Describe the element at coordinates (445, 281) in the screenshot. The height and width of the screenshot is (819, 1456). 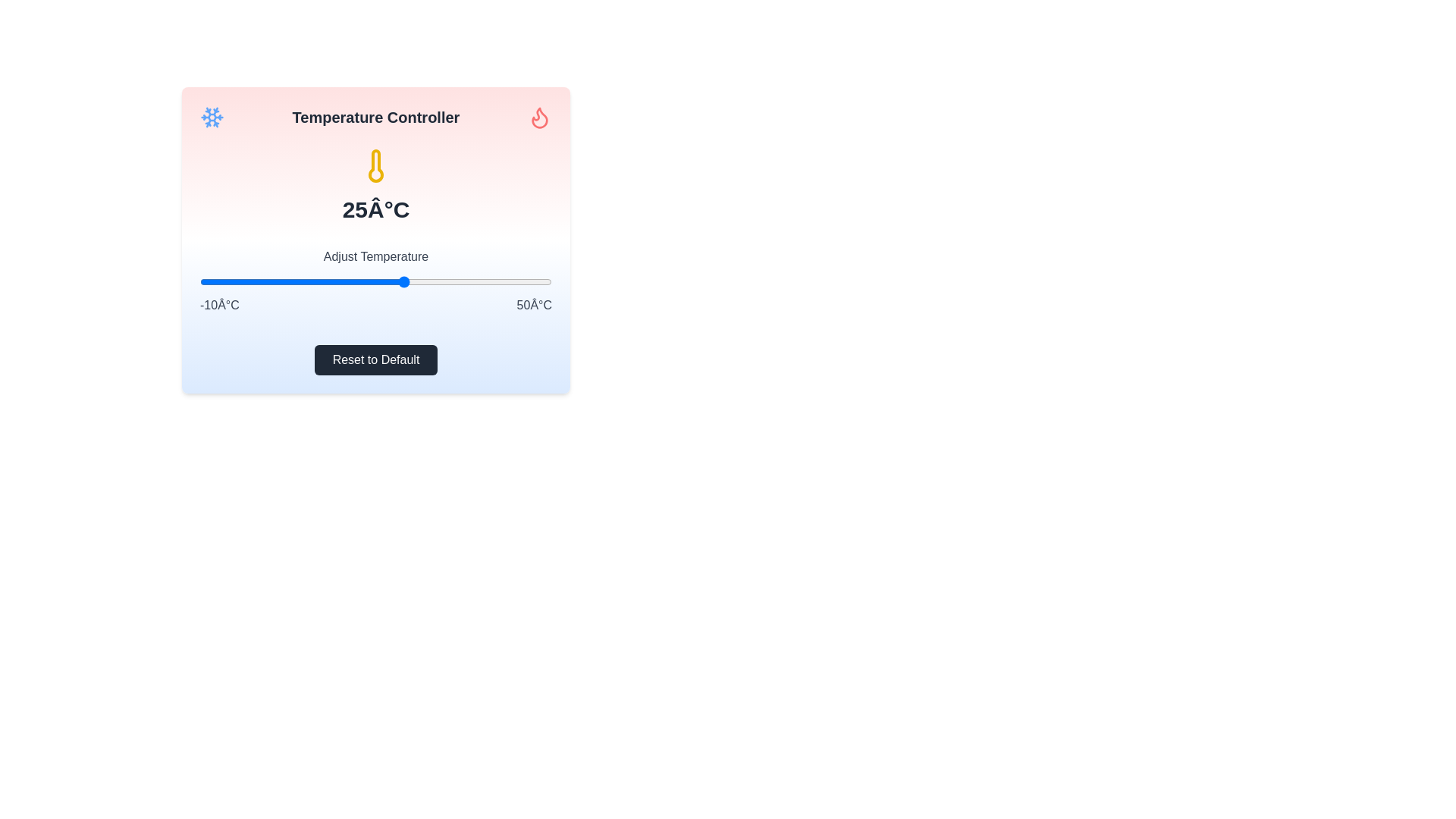
I see `the temperature to 32°C using the slider` at that location.